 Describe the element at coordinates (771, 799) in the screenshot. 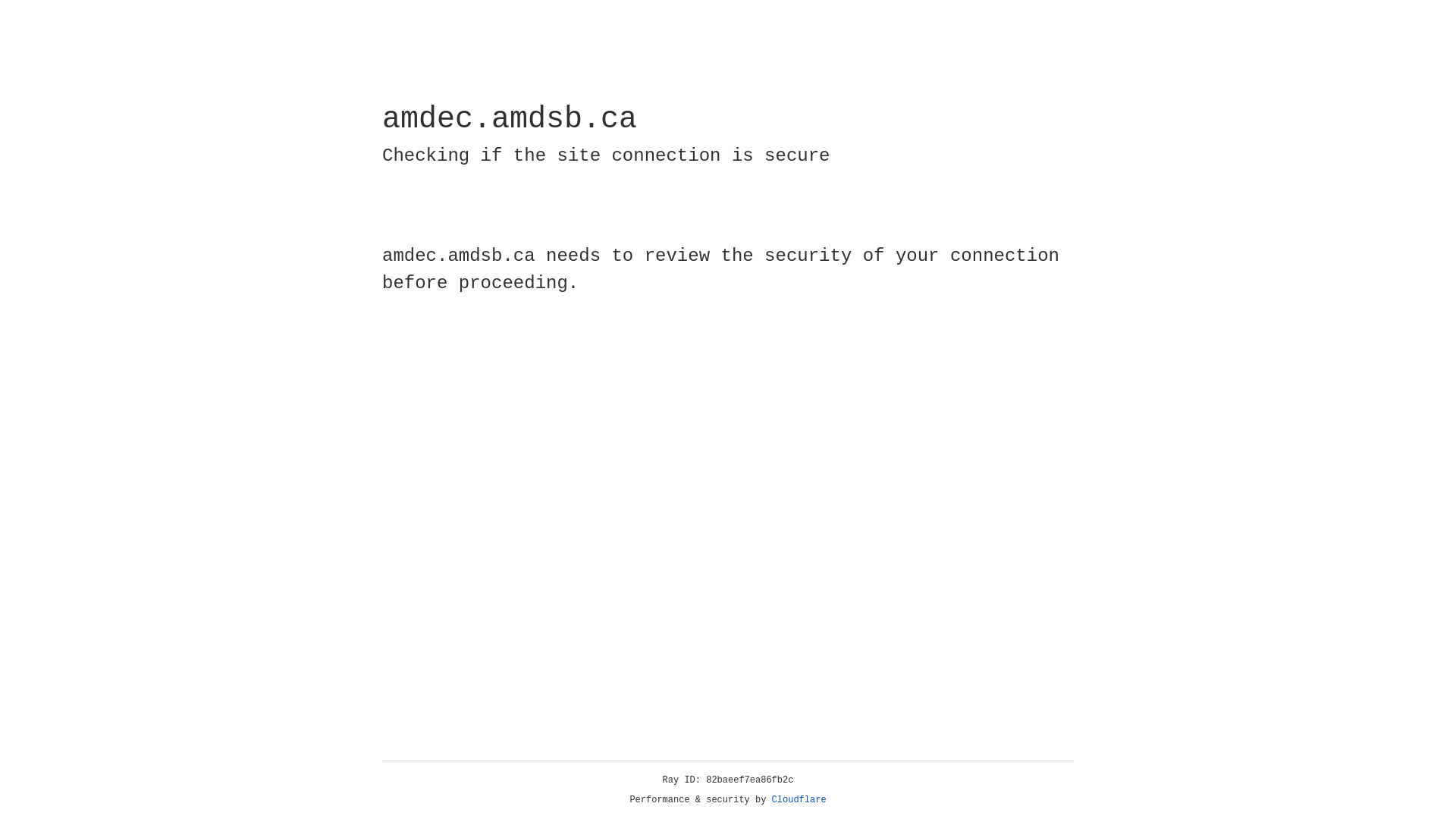

I see `'Cloudflare'` at that location.